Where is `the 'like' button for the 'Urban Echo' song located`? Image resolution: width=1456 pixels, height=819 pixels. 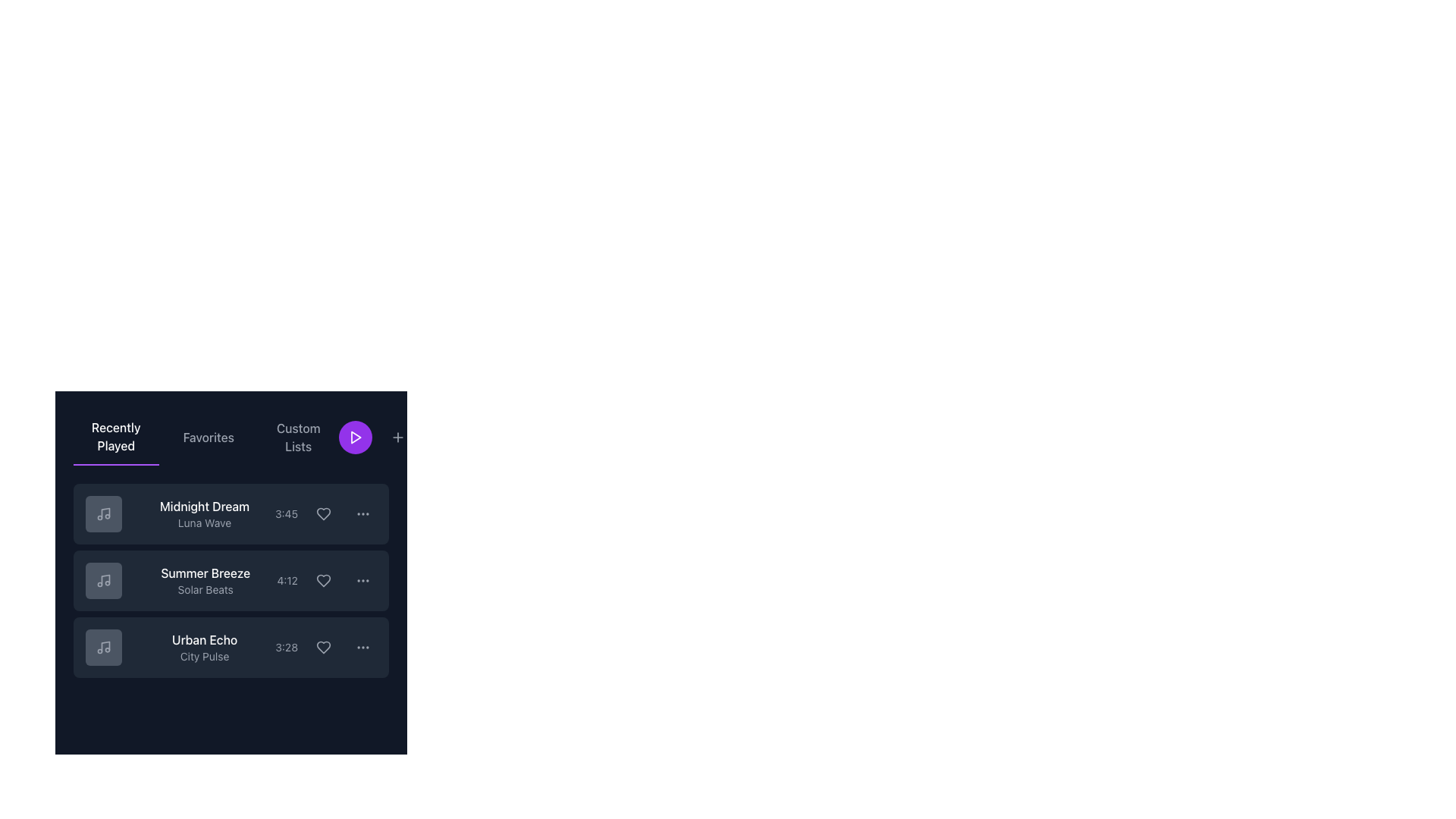
the 'like' button for the 'Urban Echo' song located is located at coordinates (323, 647).